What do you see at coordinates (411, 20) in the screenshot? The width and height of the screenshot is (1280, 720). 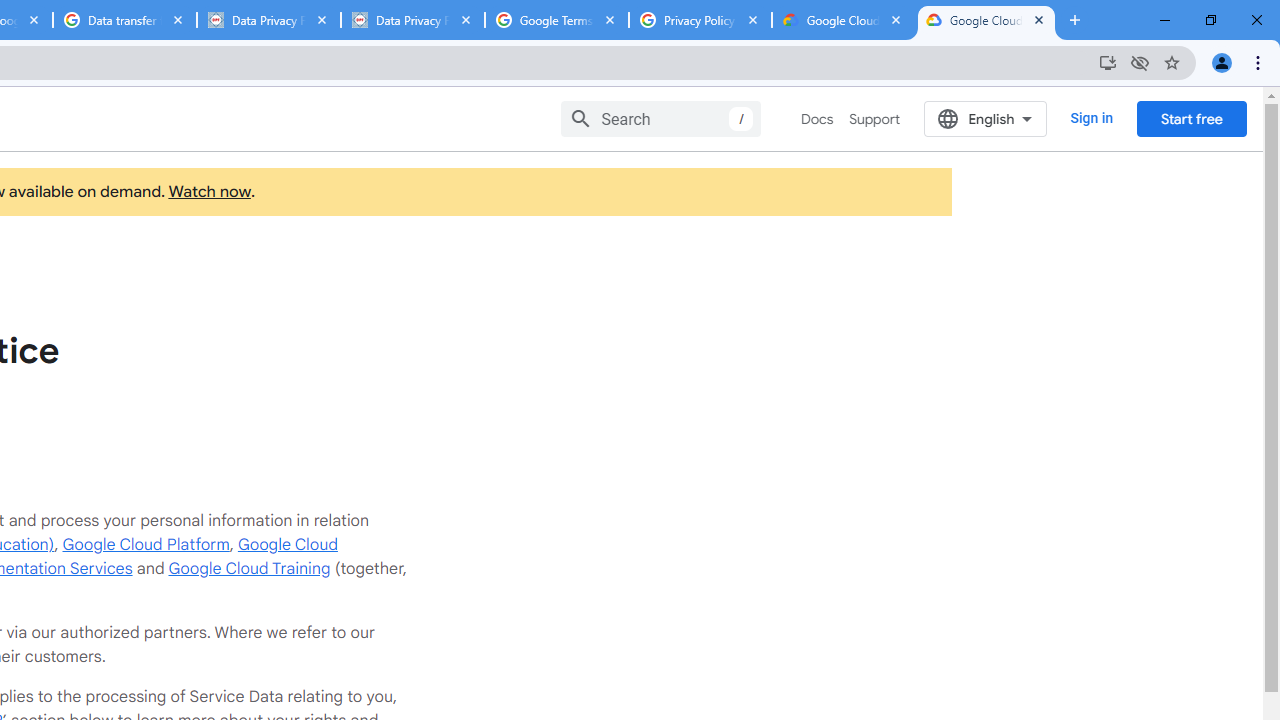 I see `'Data Privacy Framework'` at bounding box center [411, 20].